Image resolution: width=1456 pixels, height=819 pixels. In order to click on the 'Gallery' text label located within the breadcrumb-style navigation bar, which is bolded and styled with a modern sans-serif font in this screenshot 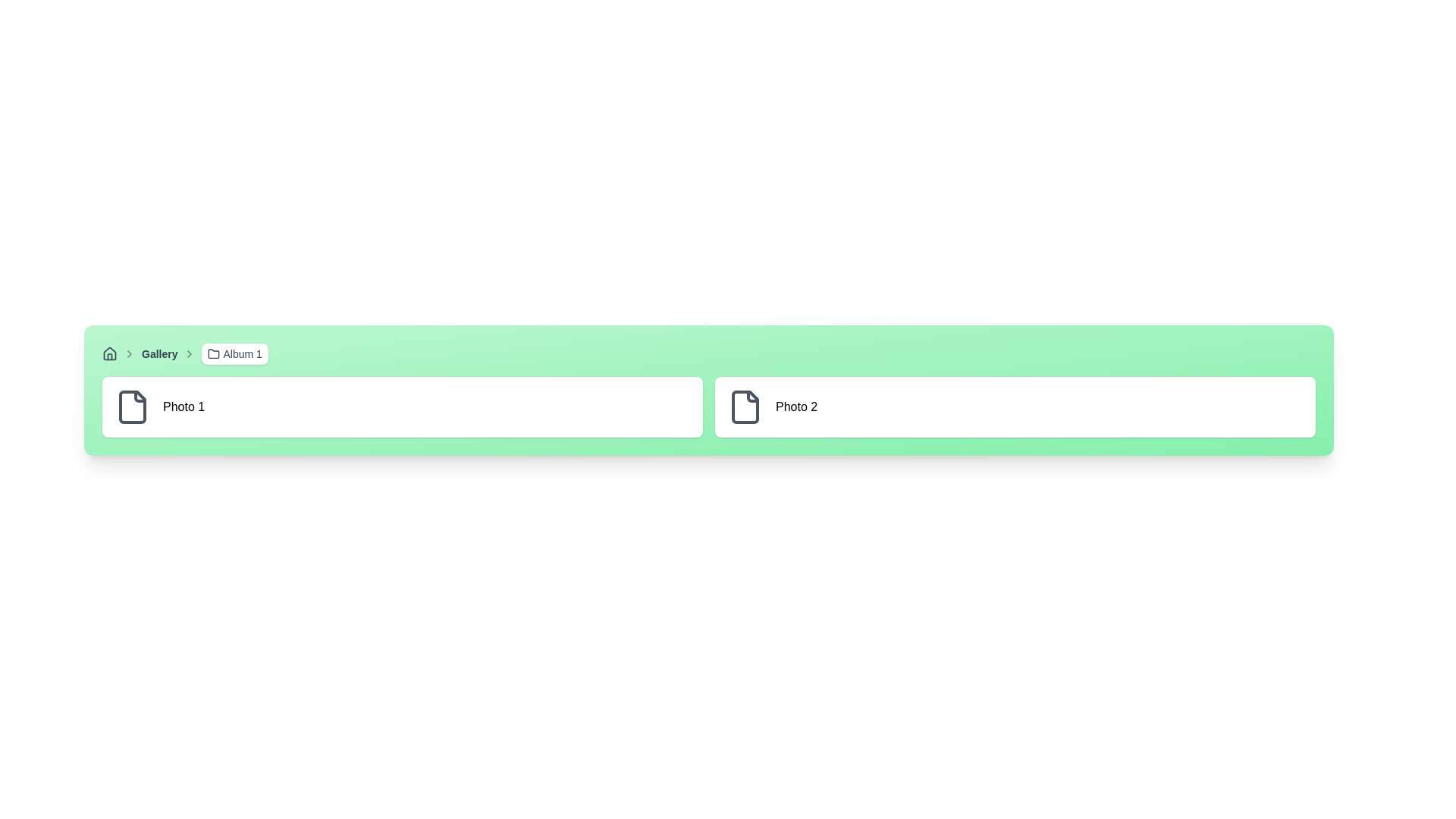, I will do `click(159, 353)`.